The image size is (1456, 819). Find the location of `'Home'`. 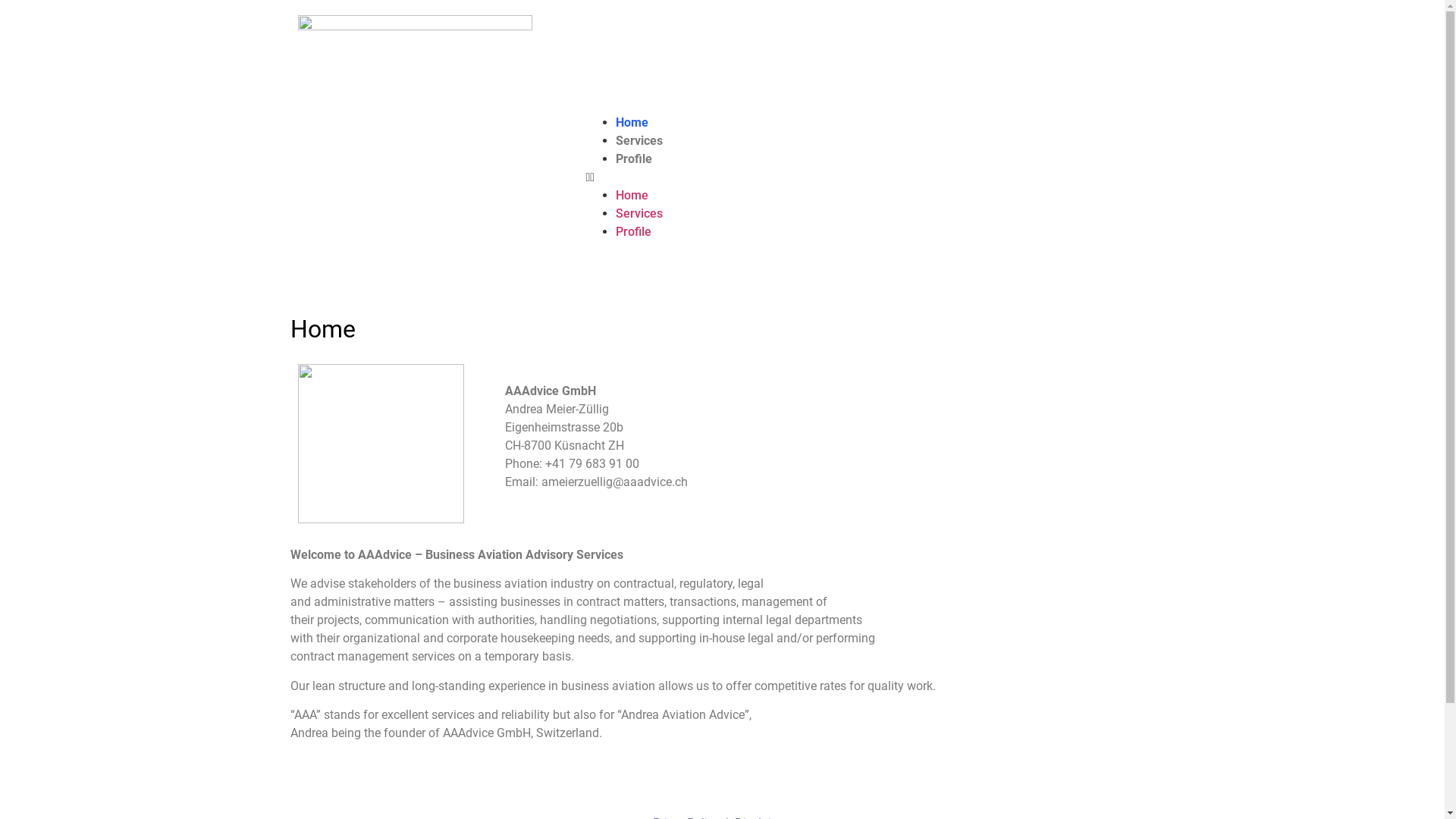

'Home' is located at coordinates (632, 121).